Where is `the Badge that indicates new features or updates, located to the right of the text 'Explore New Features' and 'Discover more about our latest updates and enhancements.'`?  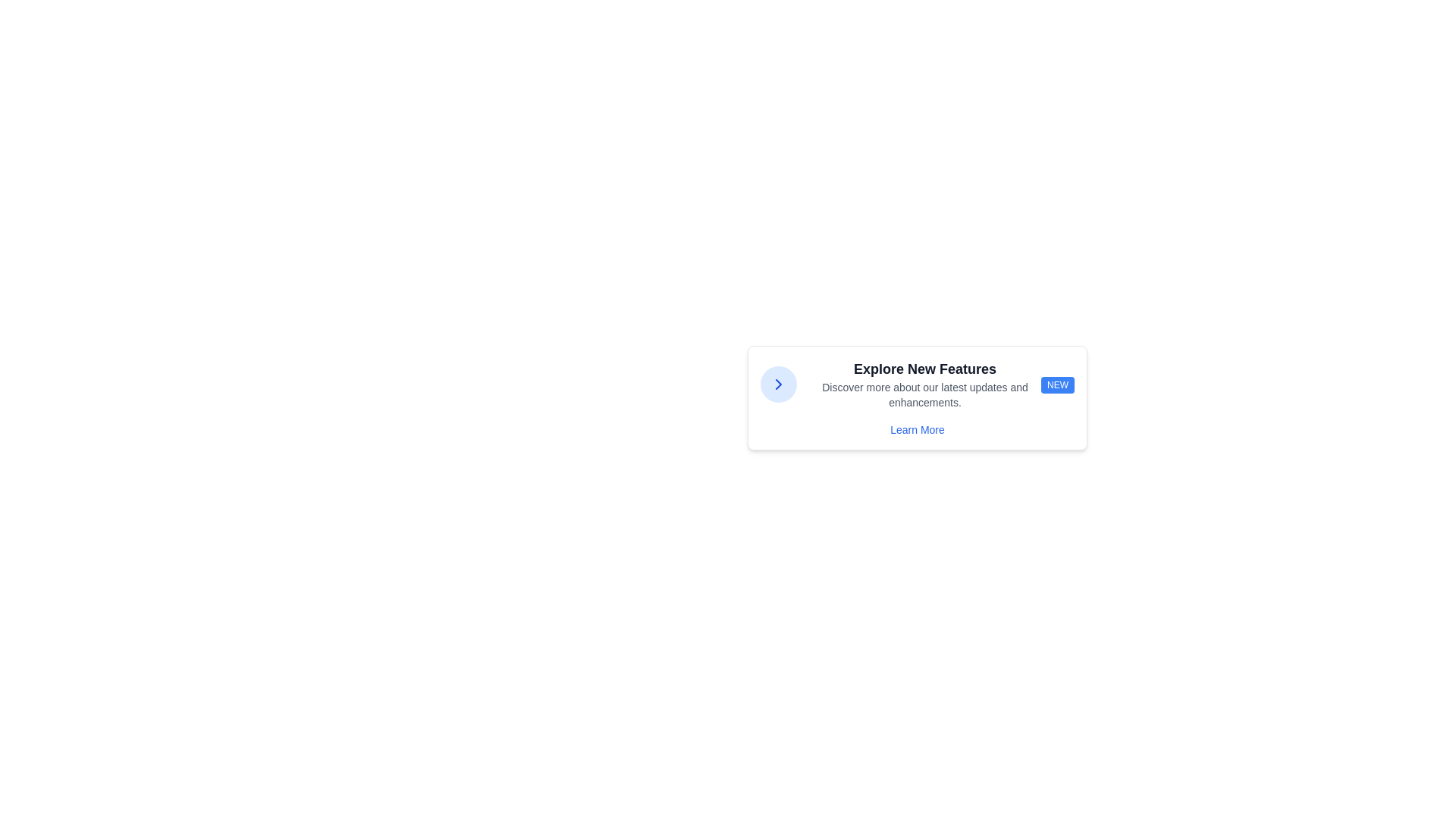 the Badge that indicates new features or updates, located to the right of the text 'Explore New Features' and 'Discover more about our latest updates and enhancements.' is located at coordinates (1057, 383).